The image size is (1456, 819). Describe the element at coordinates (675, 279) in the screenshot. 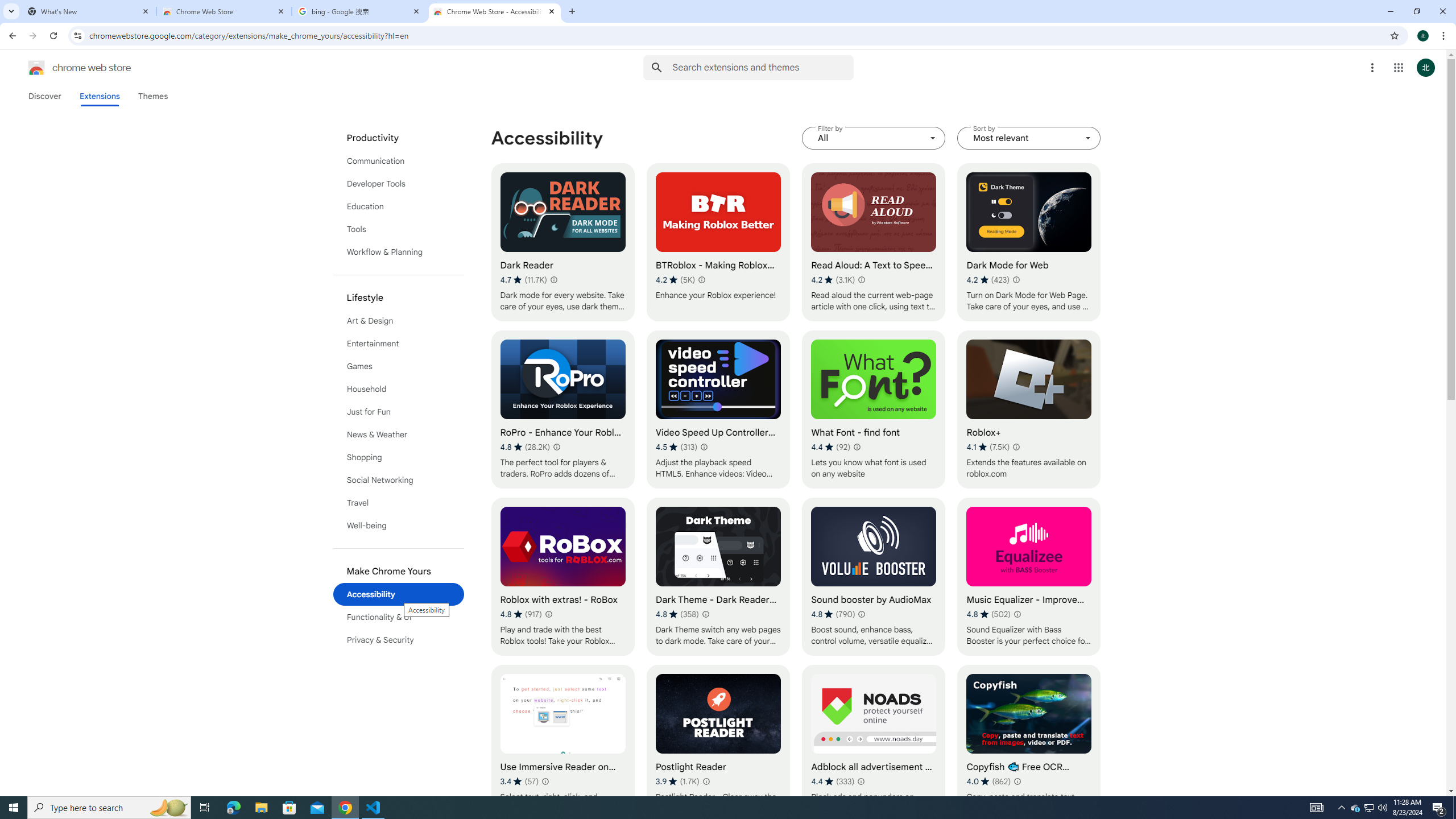

I see `'Average rating 4.2 out of 5 stars. 5K ratings.'` at that location.